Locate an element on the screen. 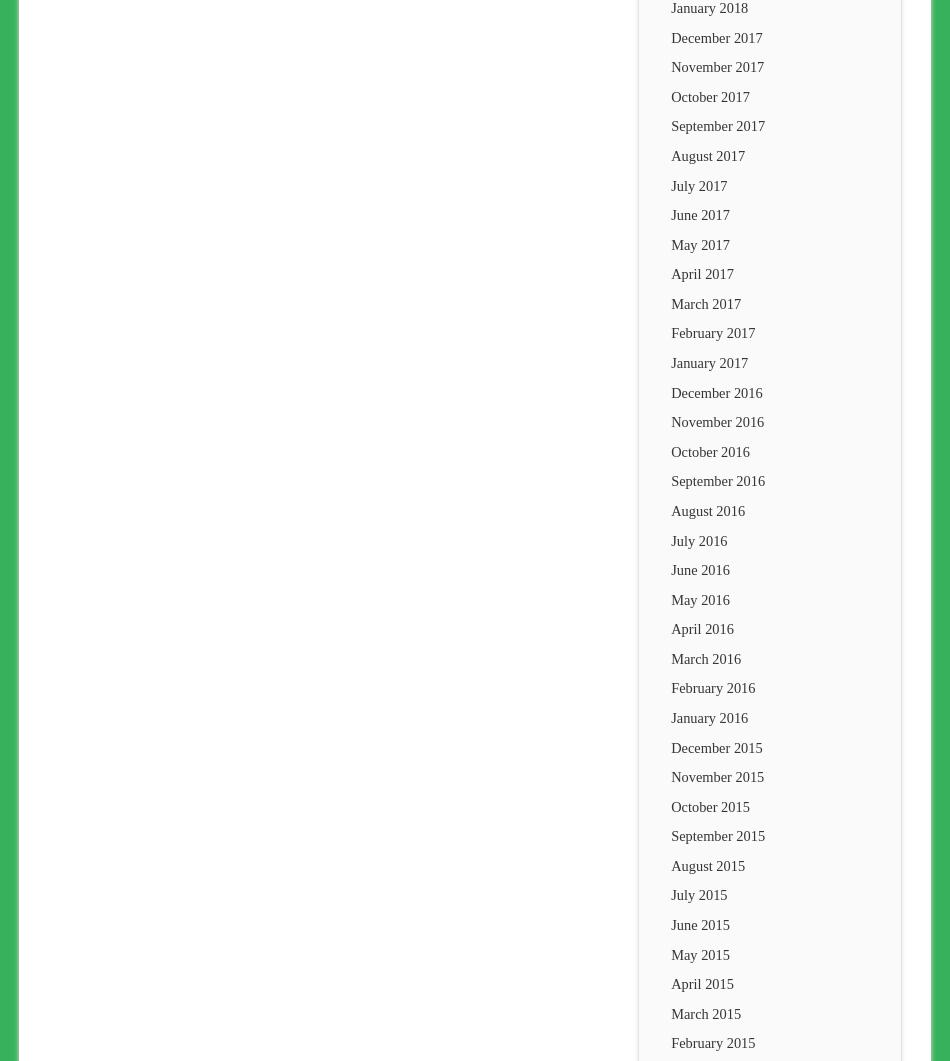  'March 2017' is located at coordinates (706, 302).